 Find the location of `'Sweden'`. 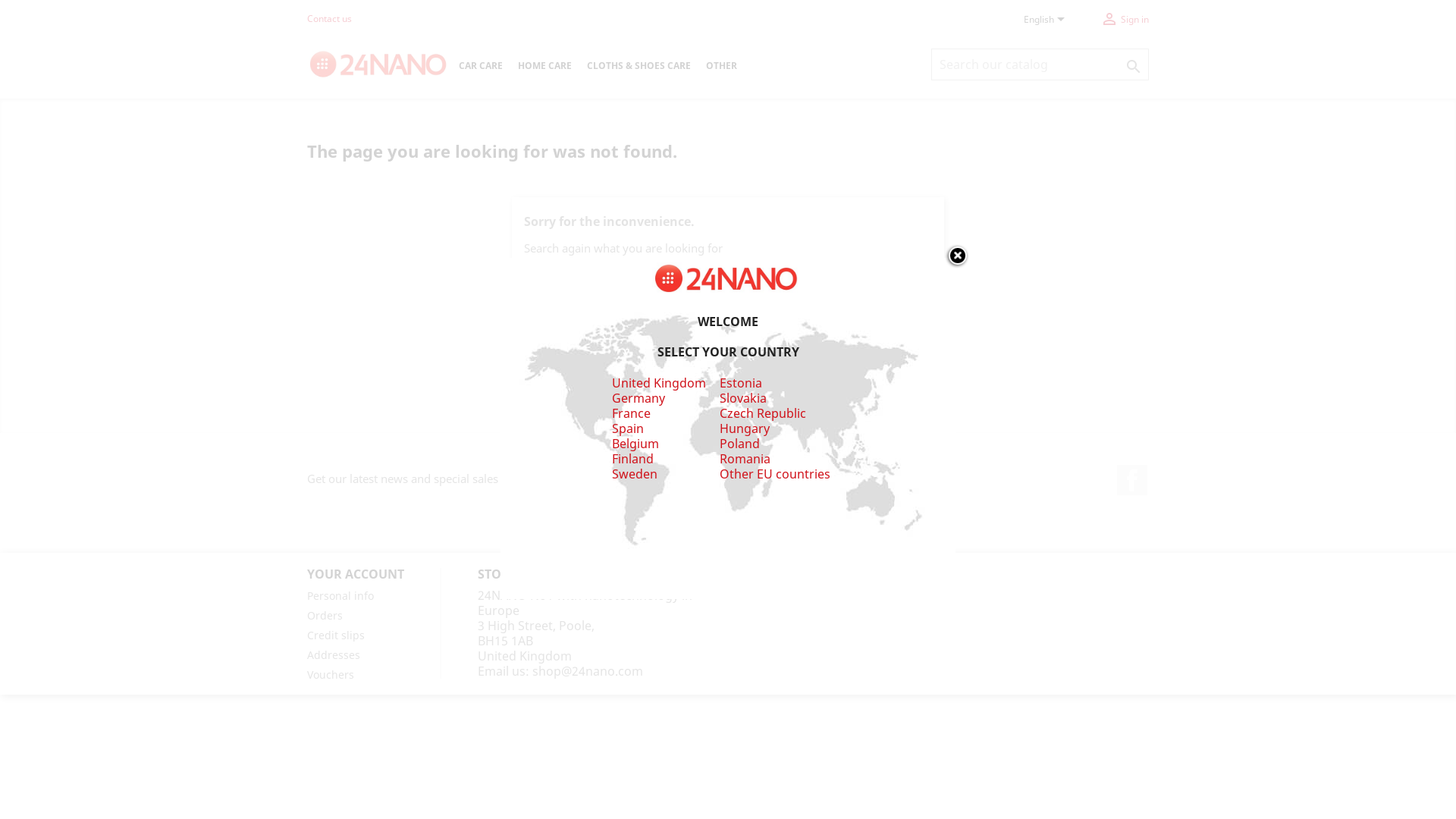

'Sweden' is located at coordinates (611, 472).